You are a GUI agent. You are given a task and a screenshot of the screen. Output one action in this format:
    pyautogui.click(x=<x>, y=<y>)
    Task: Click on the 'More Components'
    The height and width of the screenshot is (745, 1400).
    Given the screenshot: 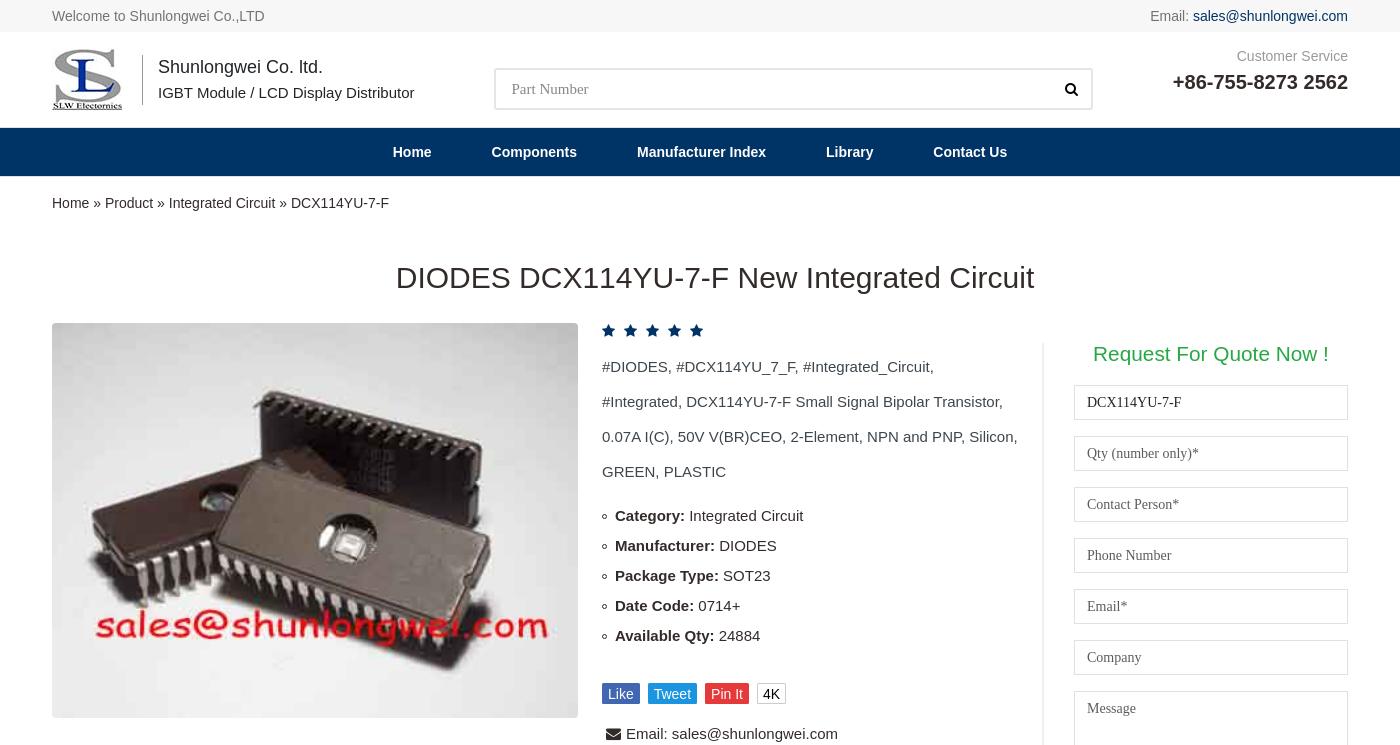 What is the action you would take?
    pyautogui.click(x=139, y=361)
    